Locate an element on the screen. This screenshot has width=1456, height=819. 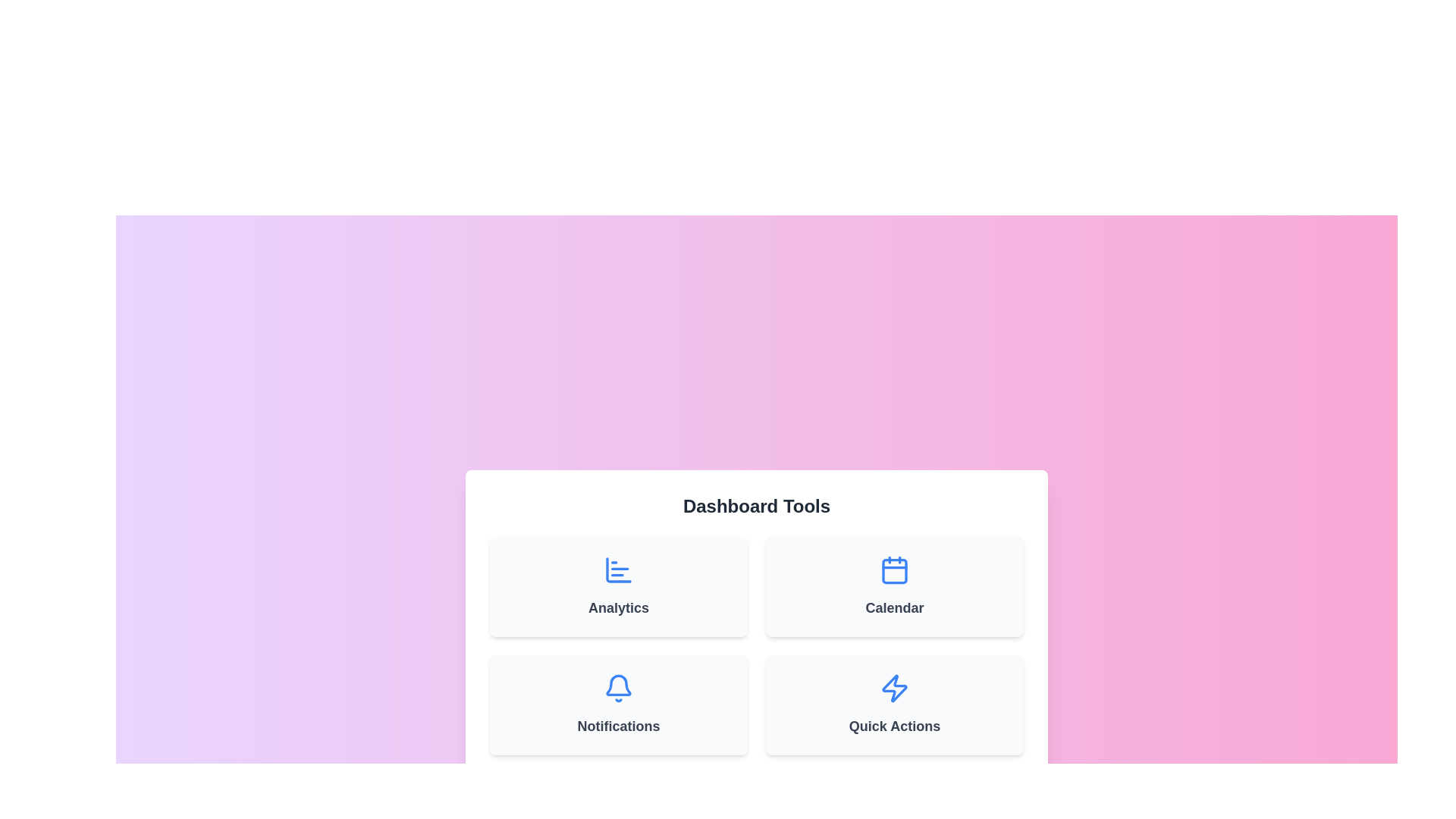
the inner rectangle of the calendar icon located in the upper-right segment of the dashboard tools grid is located at coordinates (895, 570).